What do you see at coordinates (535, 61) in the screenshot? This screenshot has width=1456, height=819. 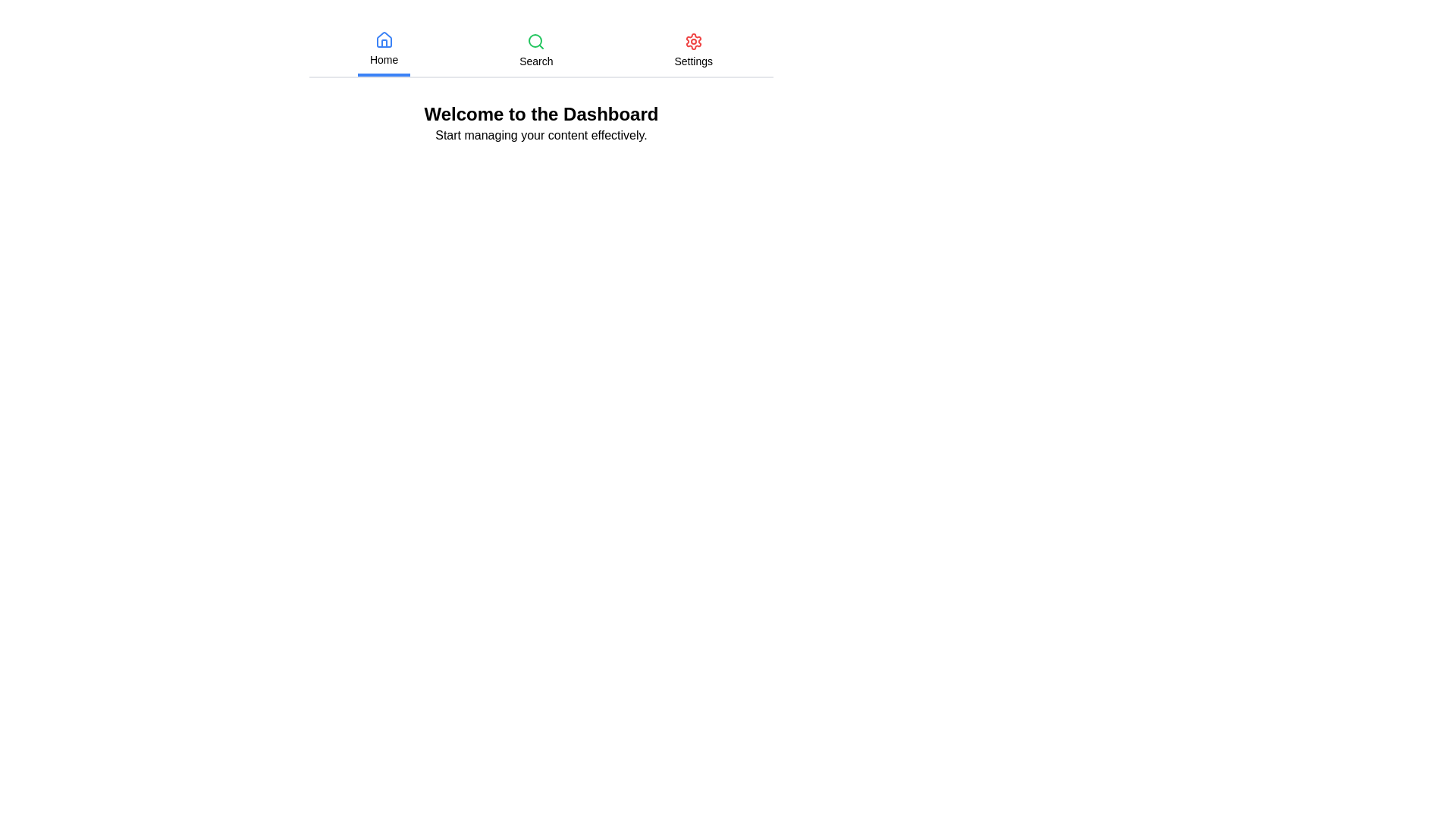 I see `the displayed text under the tab Search` at bounding box center [535, 61].